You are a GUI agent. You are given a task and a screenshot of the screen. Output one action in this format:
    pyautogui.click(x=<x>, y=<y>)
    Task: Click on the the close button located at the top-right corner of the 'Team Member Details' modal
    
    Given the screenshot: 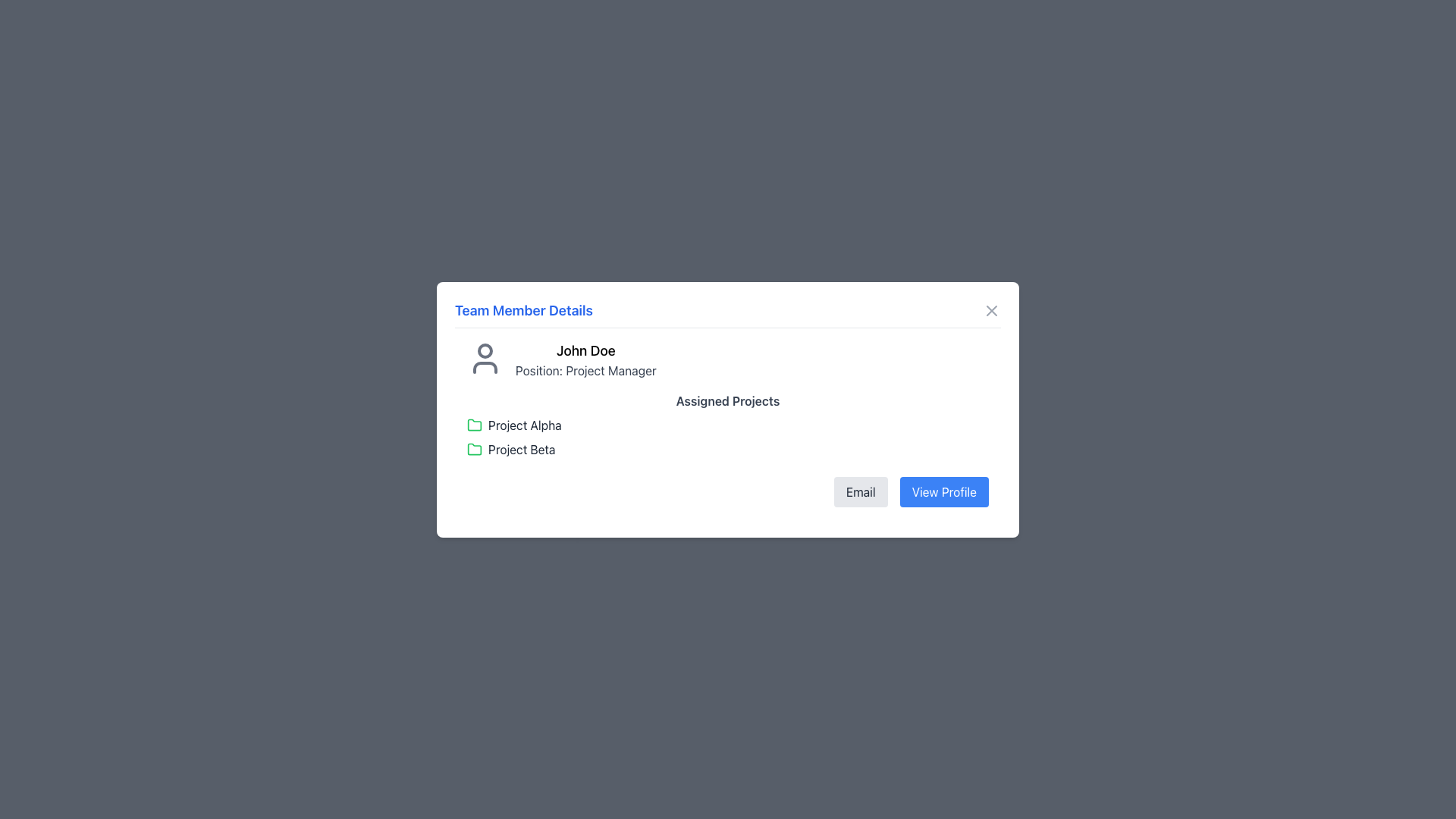 What is the action you would take?
    pyautogui.click(x=992, y=309)
    